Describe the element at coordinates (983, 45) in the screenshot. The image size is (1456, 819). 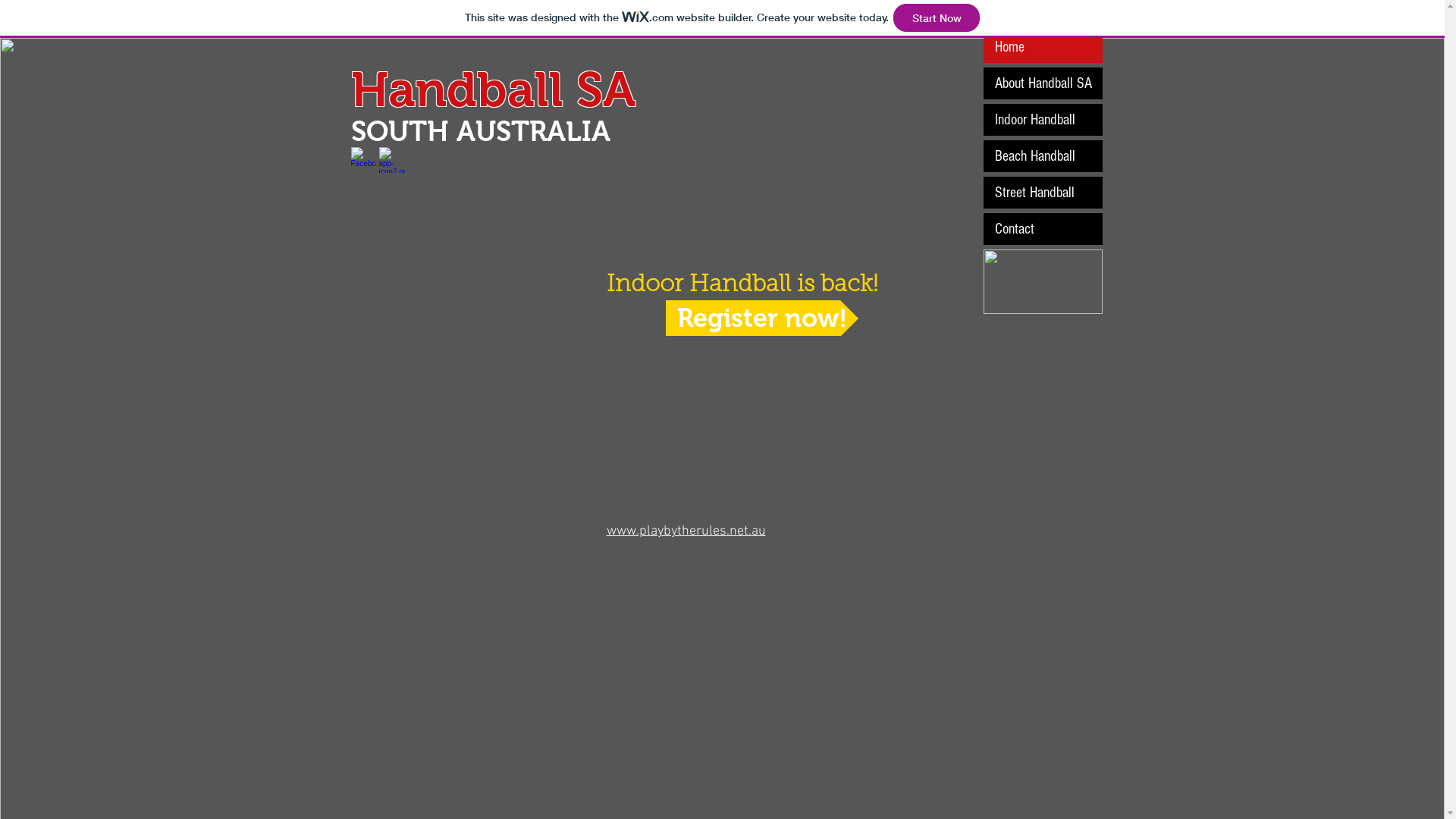
I see `'Home'` at that location.